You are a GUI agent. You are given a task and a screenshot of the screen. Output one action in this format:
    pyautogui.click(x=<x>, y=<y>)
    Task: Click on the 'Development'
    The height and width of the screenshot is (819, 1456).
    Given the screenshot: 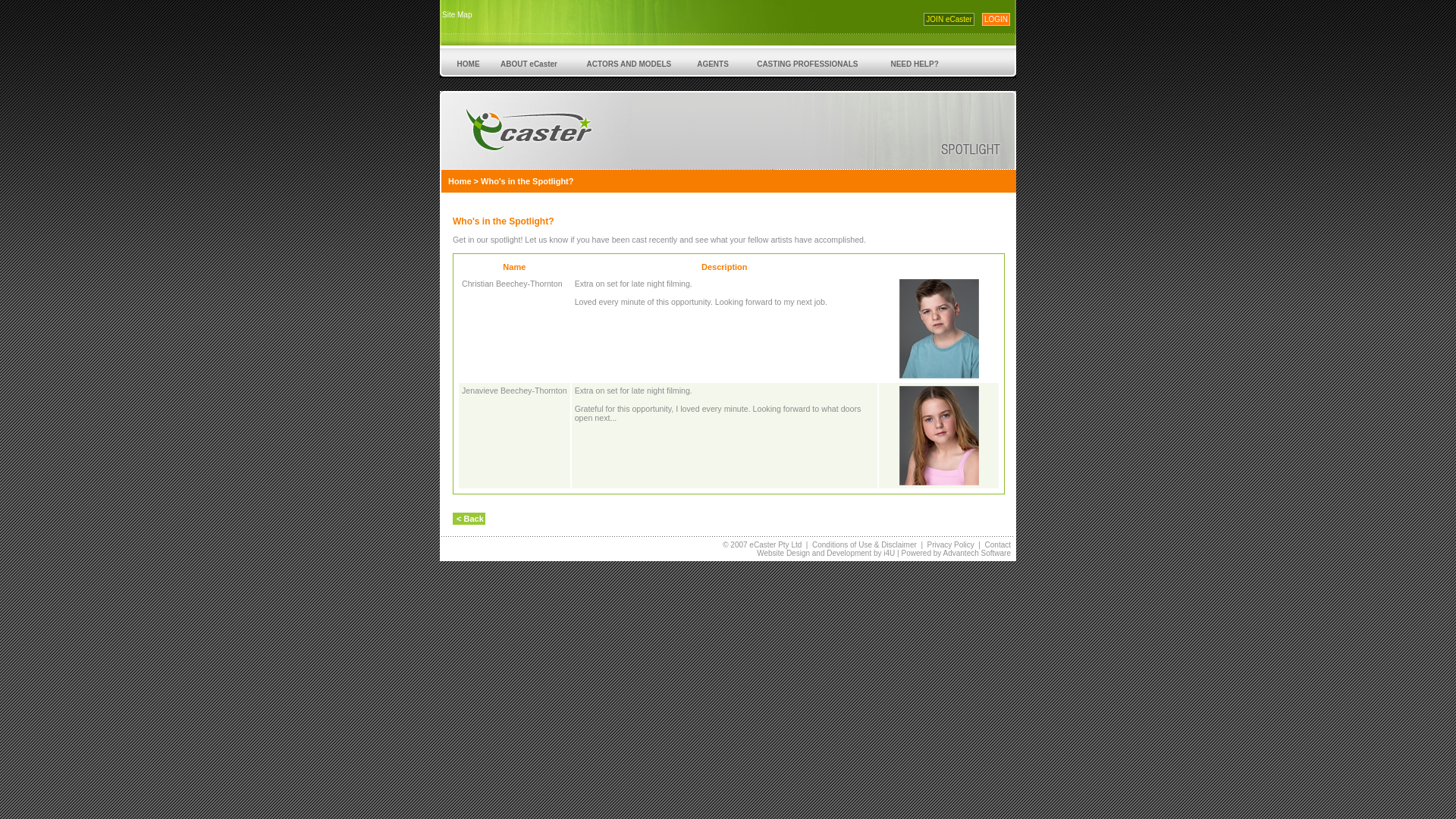 What is the action you would take?
    pyautogui.click(x=848, y=553)
    